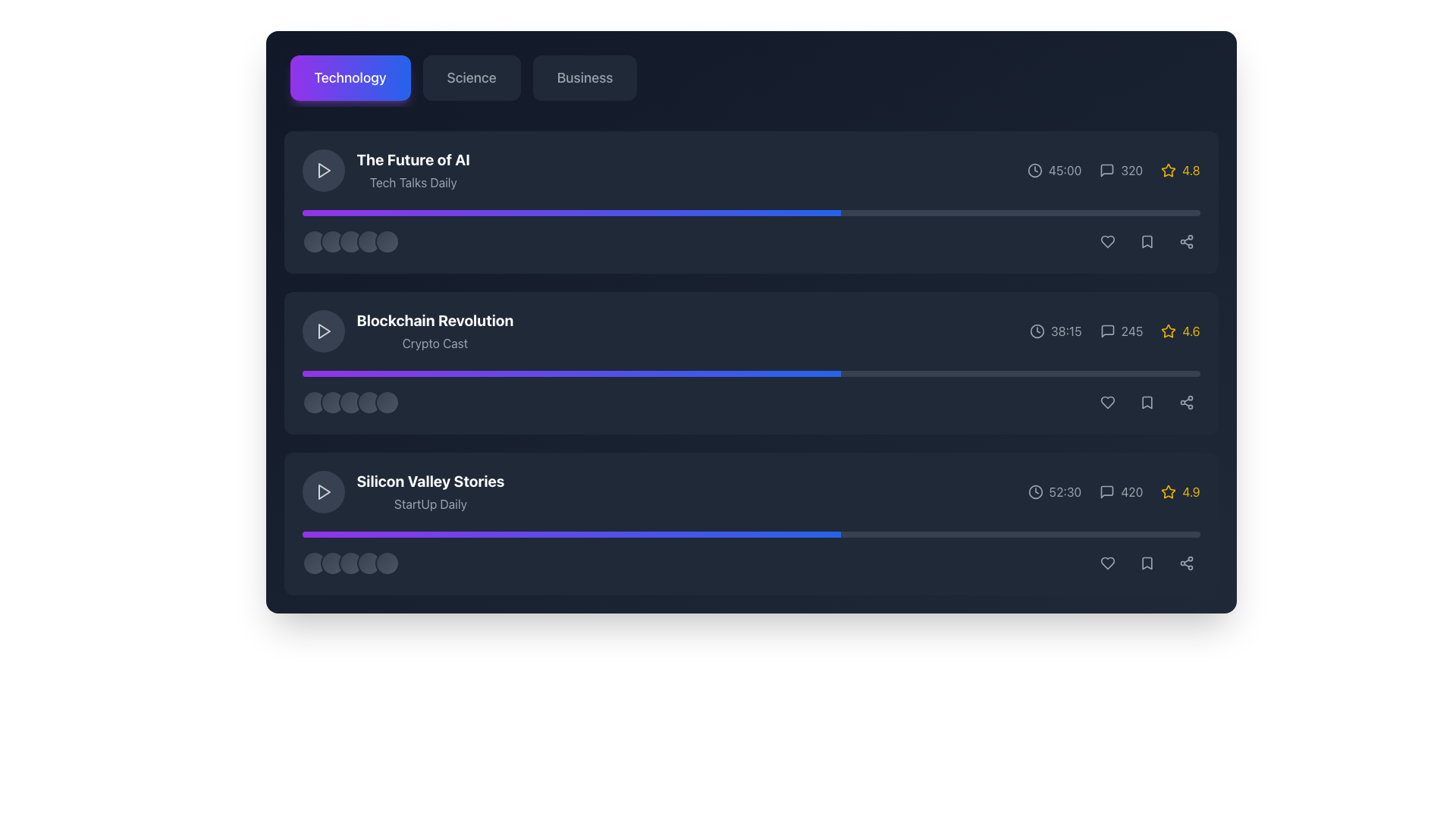 This screenshot has height=819, width=1456. Describe the element at coordinates (1107, 491) in the screenshot. I see `the comments icon located near the bottom-right corner of the third media item, which represents the messaging functionality for that item` at that location.